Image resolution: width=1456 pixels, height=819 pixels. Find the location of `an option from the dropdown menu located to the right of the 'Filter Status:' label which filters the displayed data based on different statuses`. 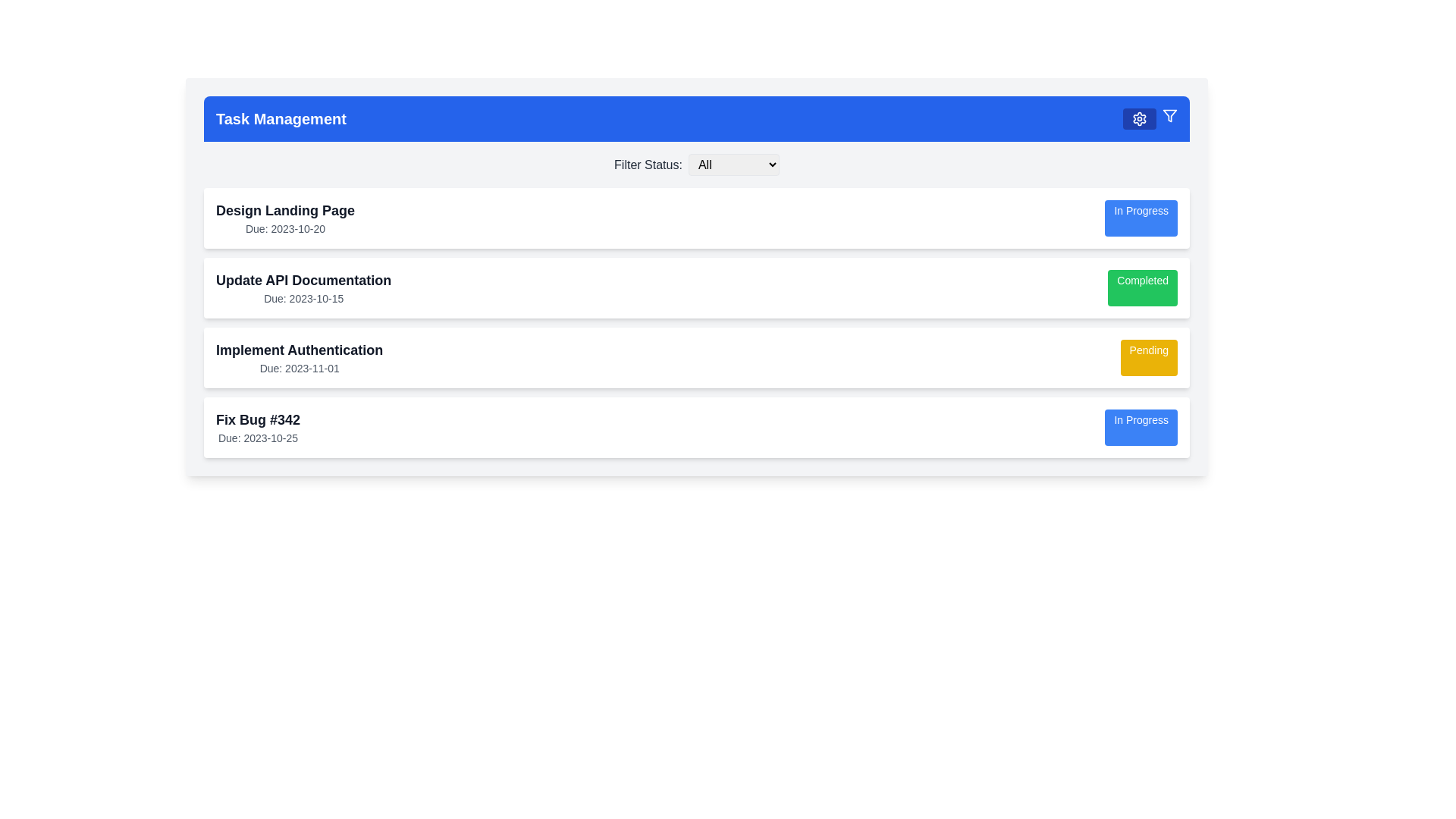

an option from the dropdown menu located to the right of the 'Filter Status:' label which filters the displayed data based on different statuses is located at coordinates (733, 165).